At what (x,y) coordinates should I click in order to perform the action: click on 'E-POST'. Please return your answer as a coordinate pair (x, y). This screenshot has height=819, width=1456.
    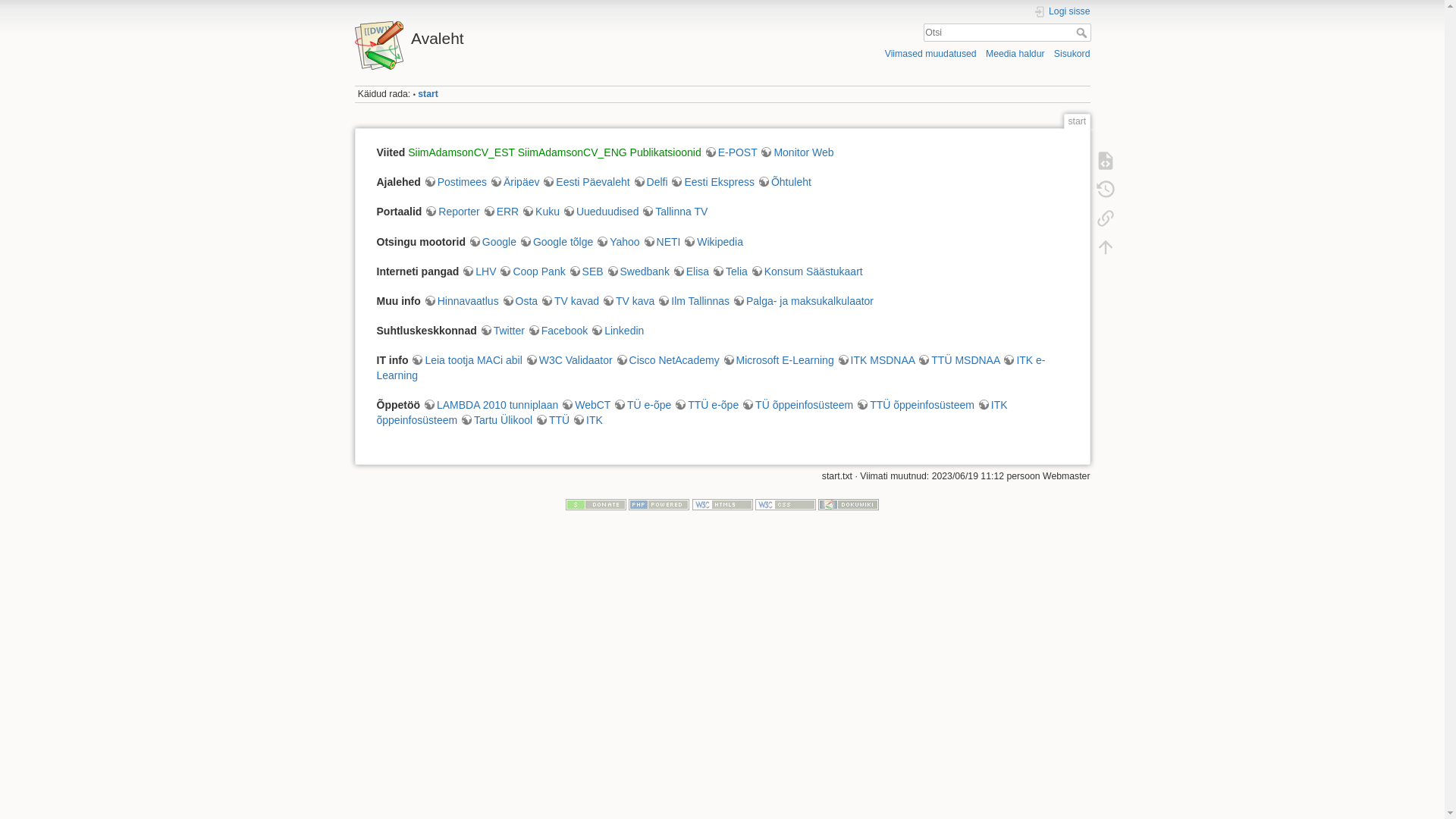
    Looking at the image, I should click on (731, 152).